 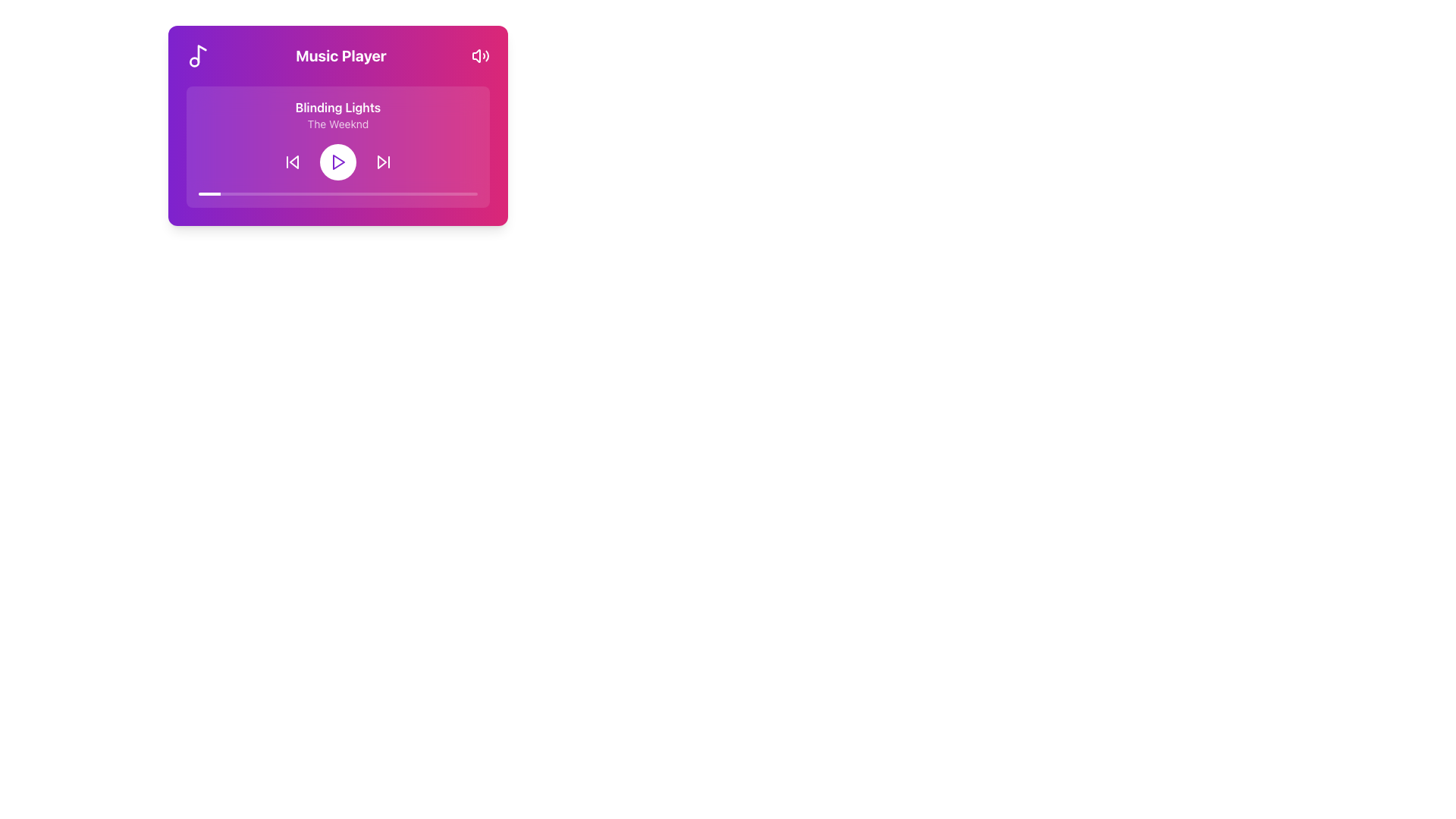 What do you see at coordinates (337, 146) in the screenshot?
I see `the play button within the Music playback interface component that displays the song title 'Blinding Lights' and artist 'The Weeknd'` at bounding box center [337, 146].